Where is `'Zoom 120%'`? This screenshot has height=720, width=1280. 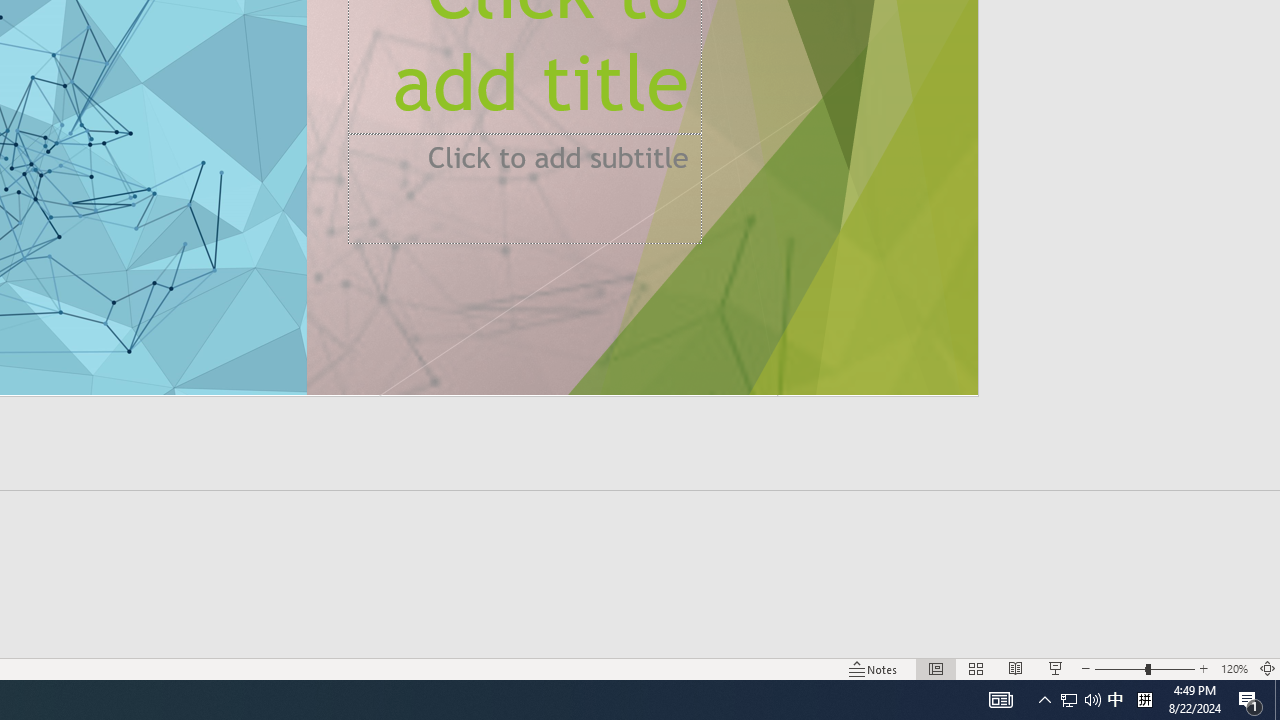 'Zoom 120%' is located at coordinates (1233, 669).